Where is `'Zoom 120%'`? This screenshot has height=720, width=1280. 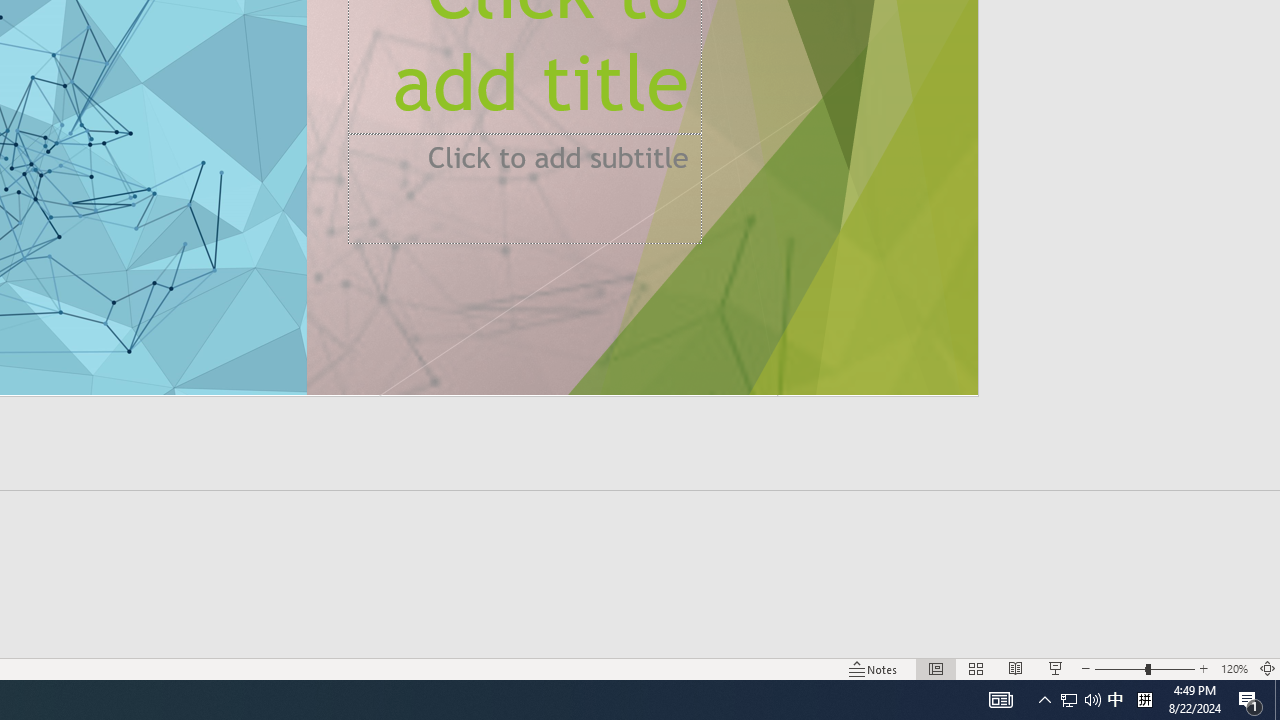 'Zoom 120%' is located at coordinates (1233, 669).